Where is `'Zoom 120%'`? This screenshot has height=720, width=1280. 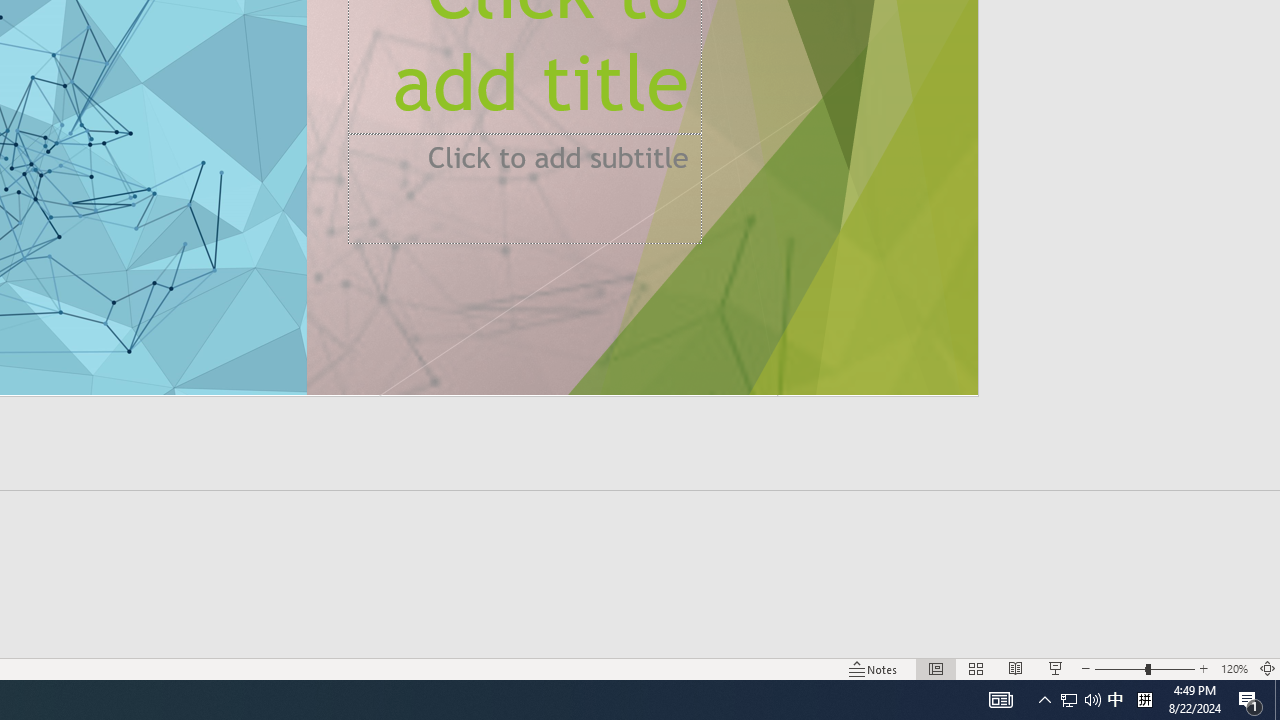 'Zoom 120%' is located at coordinates (1233, 669).